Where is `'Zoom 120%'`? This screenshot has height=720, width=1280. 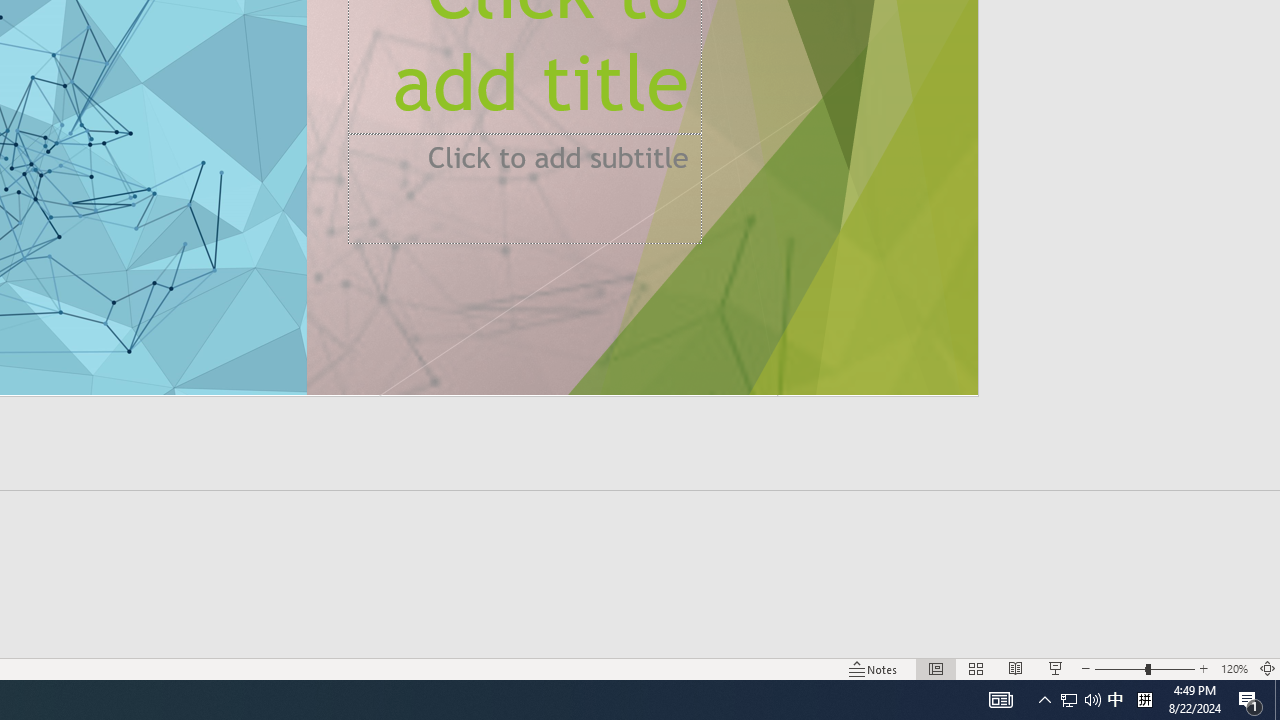 'Zoom 120%' is located at coordinates (1233, 669).